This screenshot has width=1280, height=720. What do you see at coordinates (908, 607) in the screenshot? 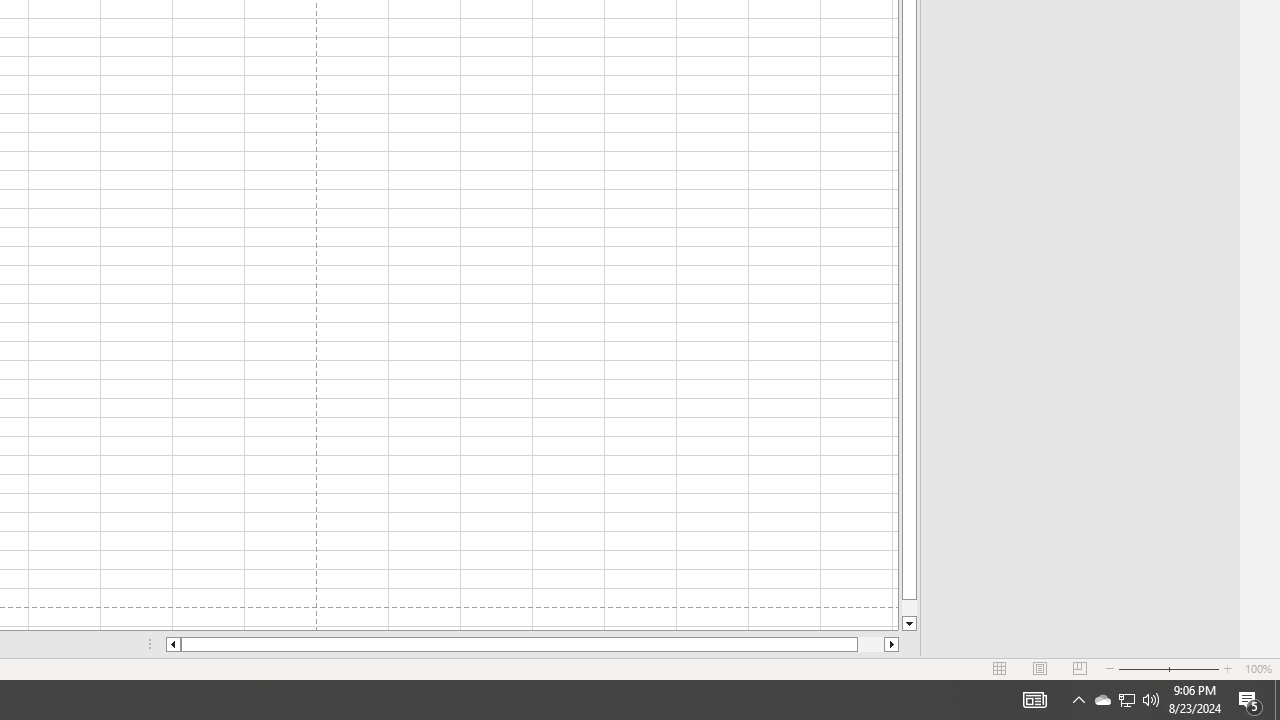
I see `'Page down'` at bounding box center [908, 607].